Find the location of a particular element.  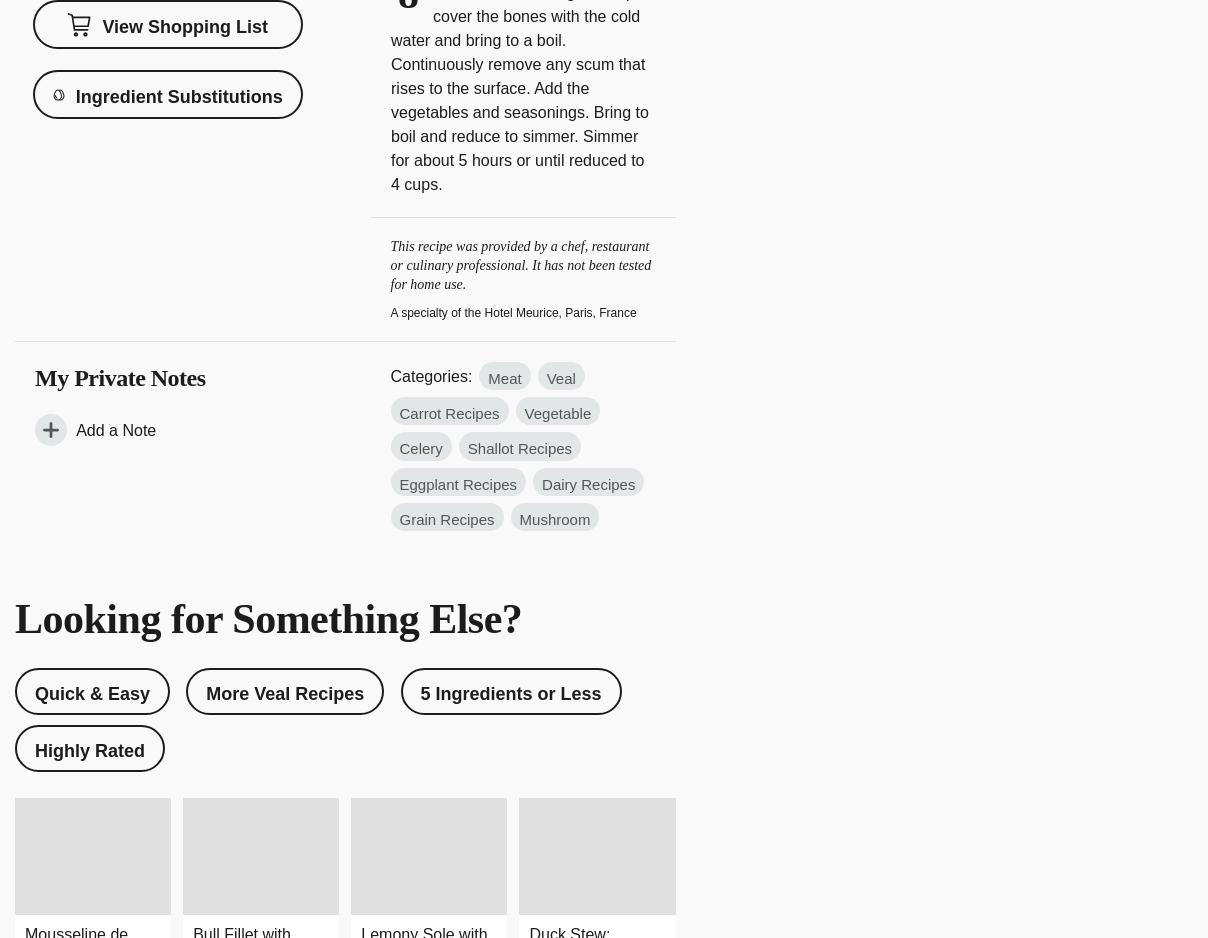

'5 Ingredients or Less' is located at coordinates (510, 692).